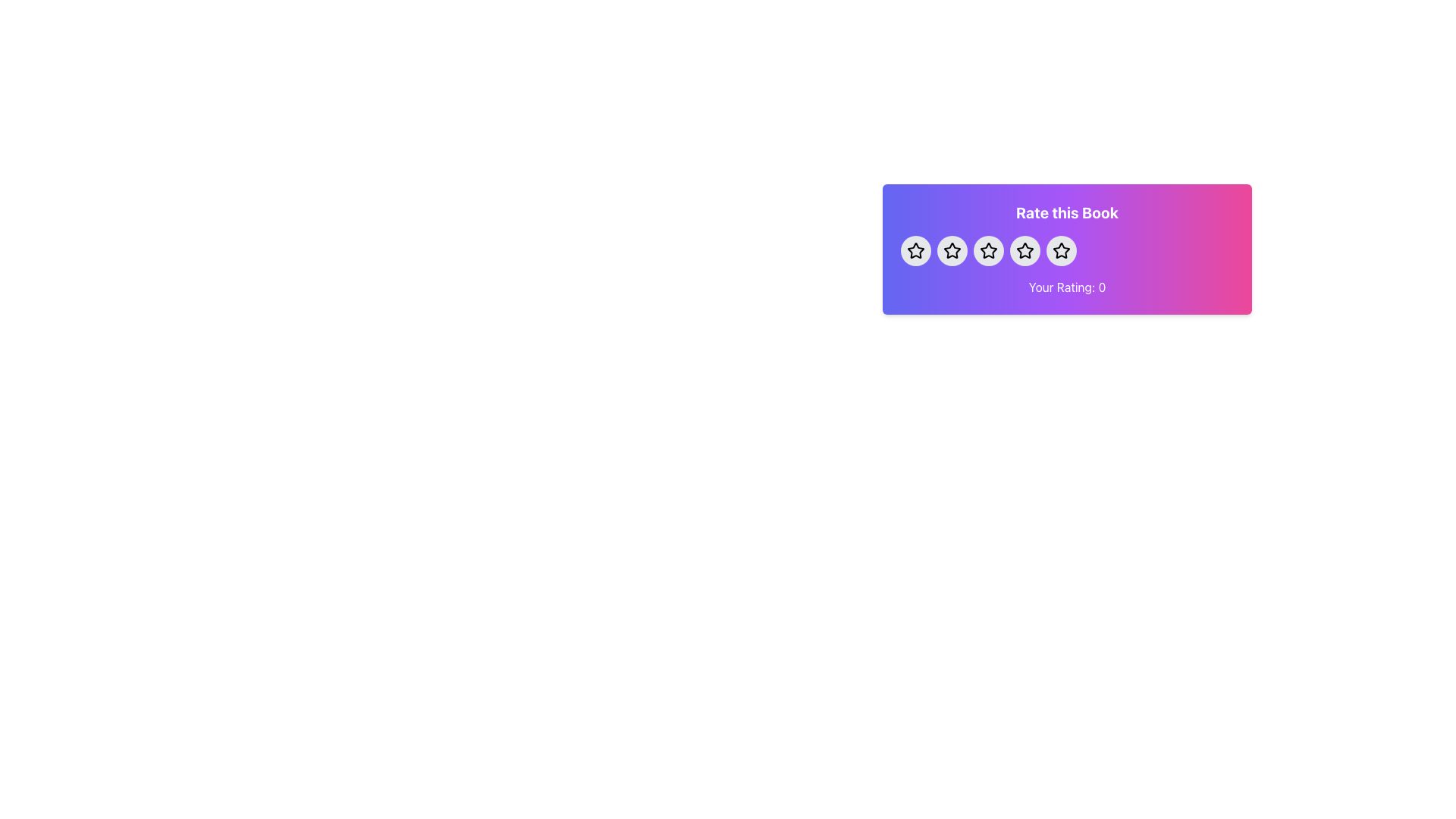 The image size is (1456, 819). Describe the element at coordinates (1025, 250) in the screenshot. I see `the fourth star icon in the rating row within the 'Rate this Book' card` at that location.